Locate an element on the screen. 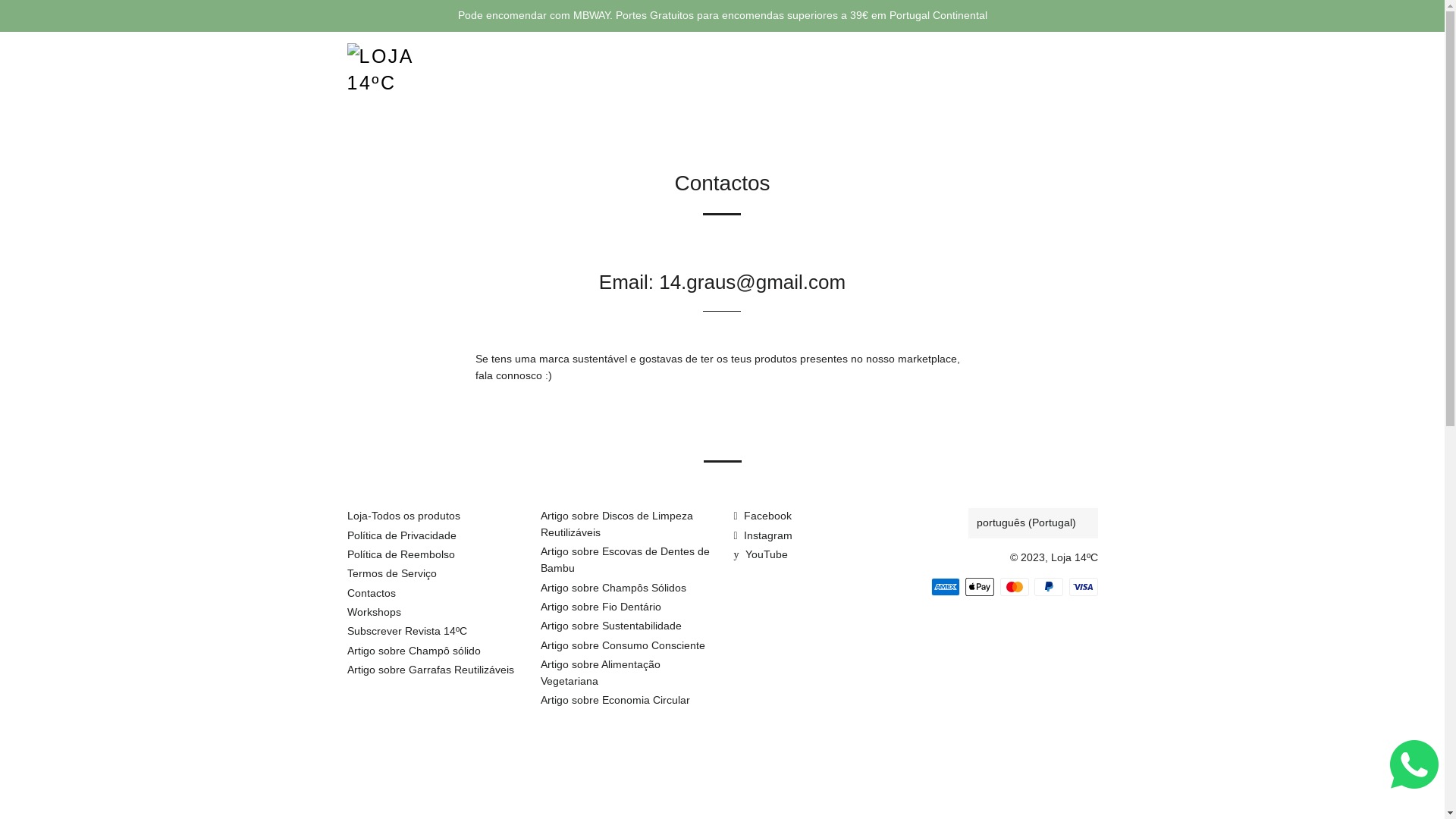 This screenshot has width=1456, height=819. 'Instagram' is located at coordinates (763, 534).